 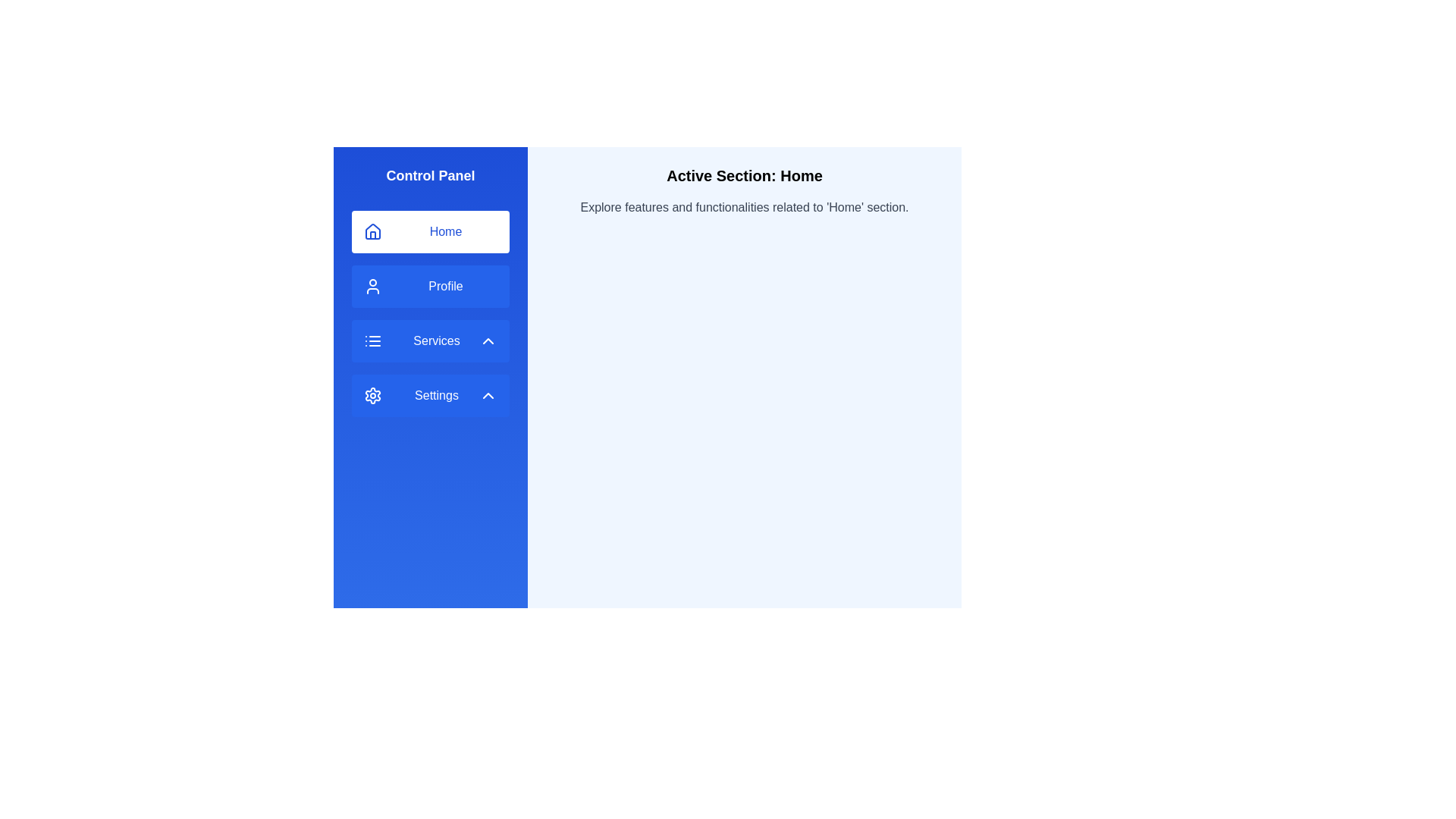 What do you see at coordinates (429, 287) in the screenshot?
I see `the blue rectangular 'Profile' button with a user silhouette icon located in the vertical menu on the left side, positioned below the 'Home' button` at bounding box center [429, 287].